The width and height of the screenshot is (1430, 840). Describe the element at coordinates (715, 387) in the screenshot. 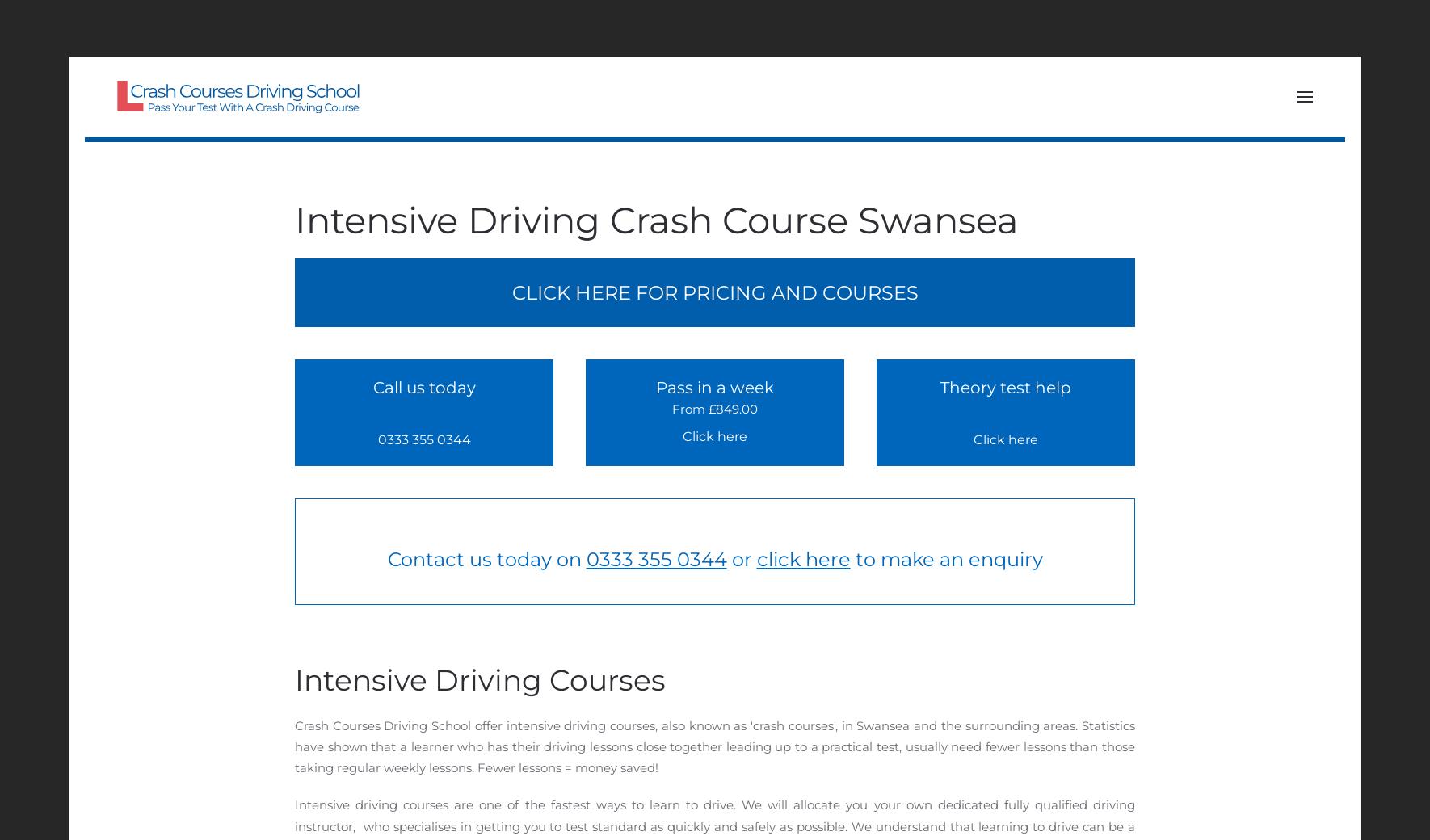

I see `'Pass in a week'` at that location.